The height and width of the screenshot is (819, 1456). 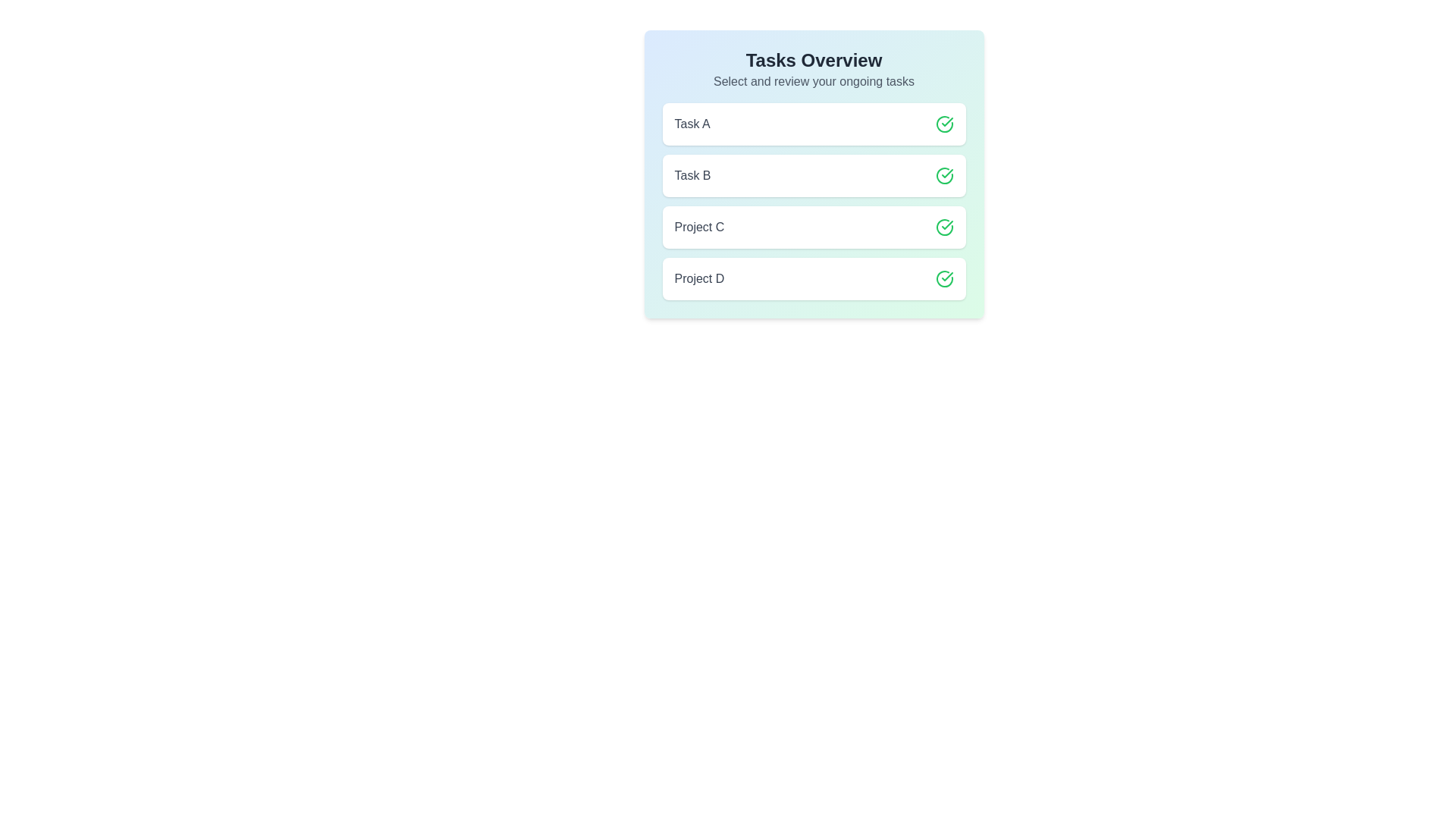 I want to click on the item labeled Task A to observe style changes, so click(x=813, y=124).